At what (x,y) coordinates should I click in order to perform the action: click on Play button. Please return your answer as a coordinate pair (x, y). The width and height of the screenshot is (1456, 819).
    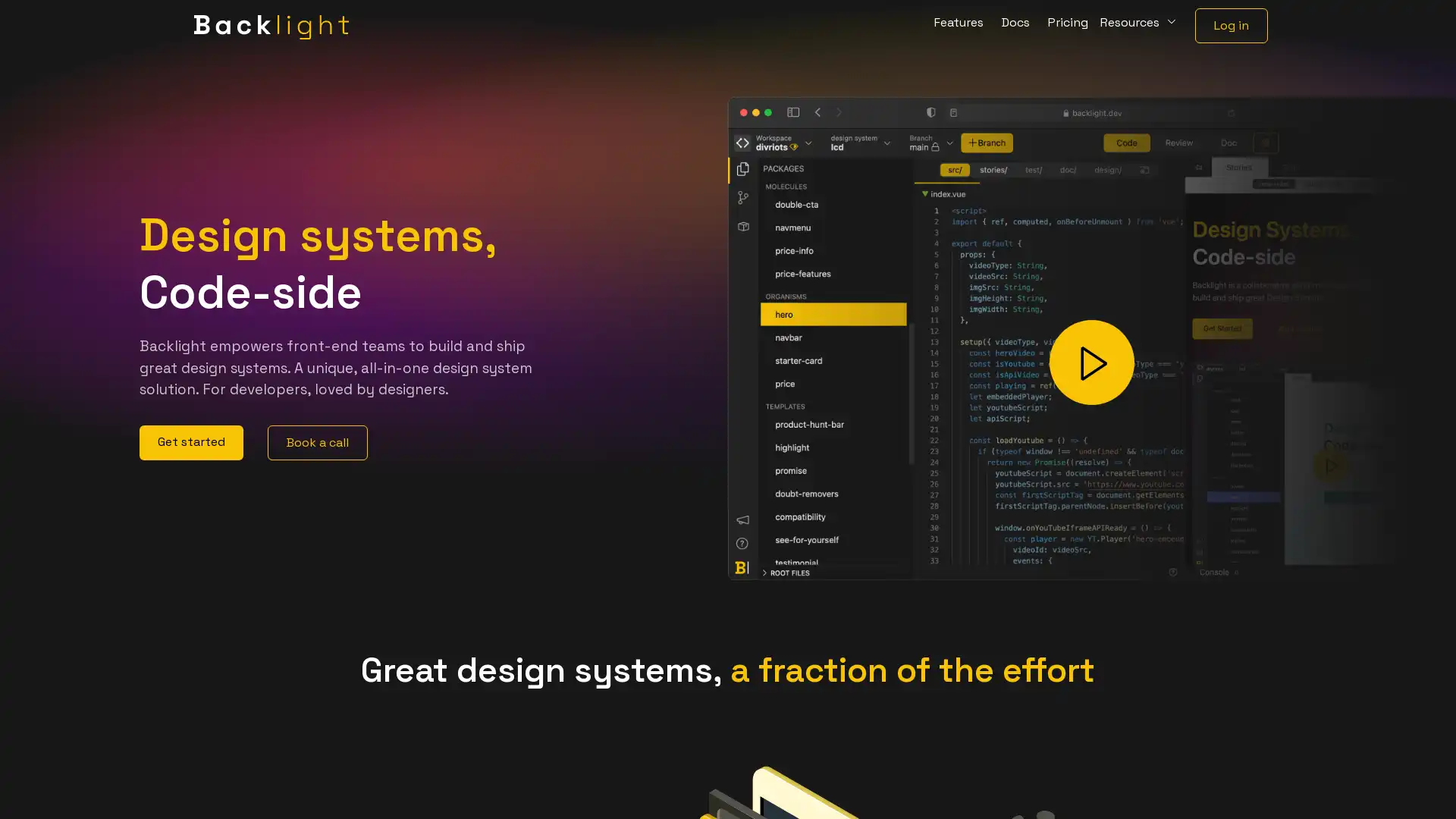
    Looking at the image, I should click on (1092, 362).